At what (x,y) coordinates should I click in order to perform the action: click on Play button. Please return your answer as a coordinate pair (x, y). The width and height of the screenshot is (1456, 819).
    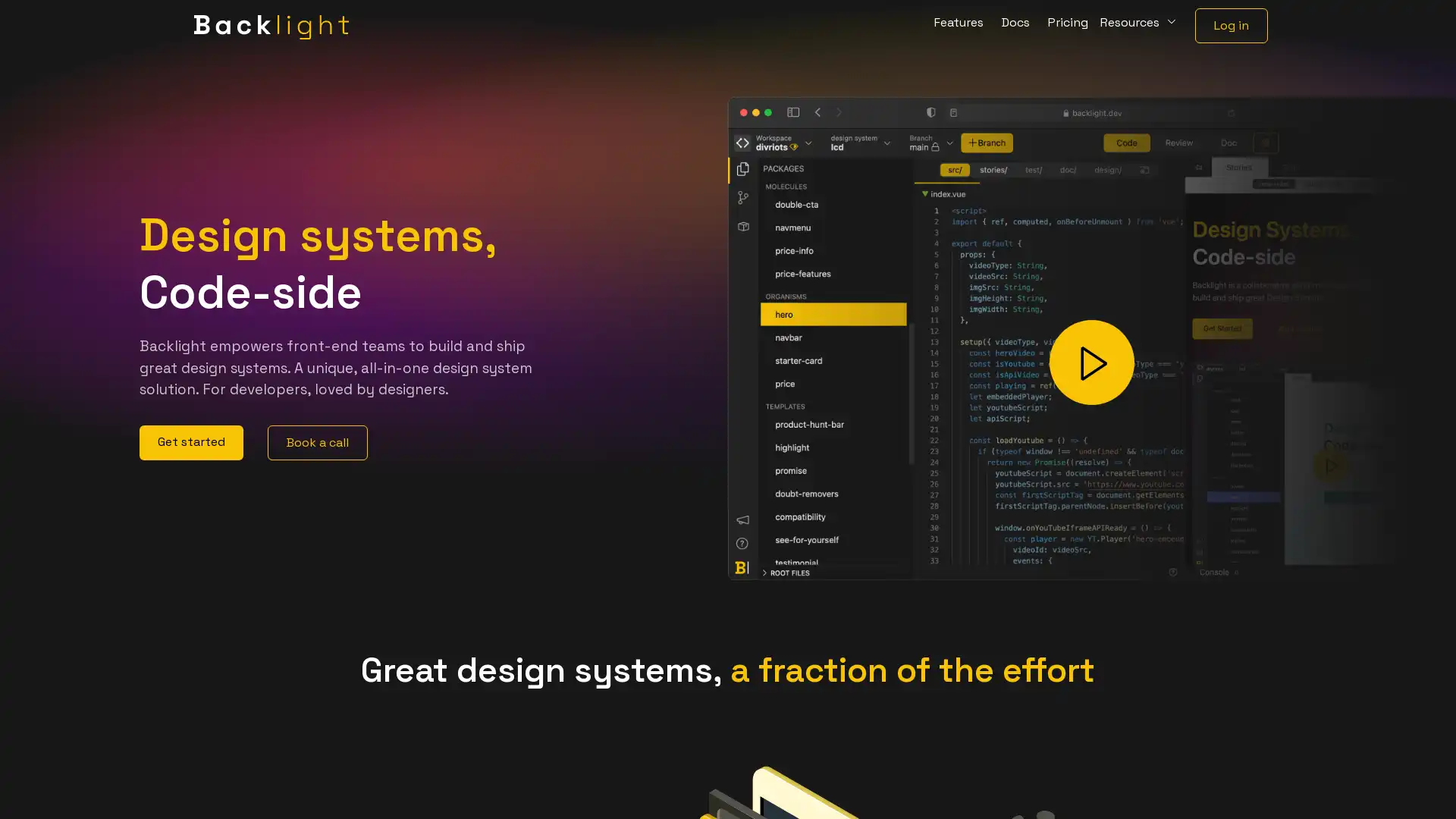
    Looking at the image, I should click on (1092, 362).